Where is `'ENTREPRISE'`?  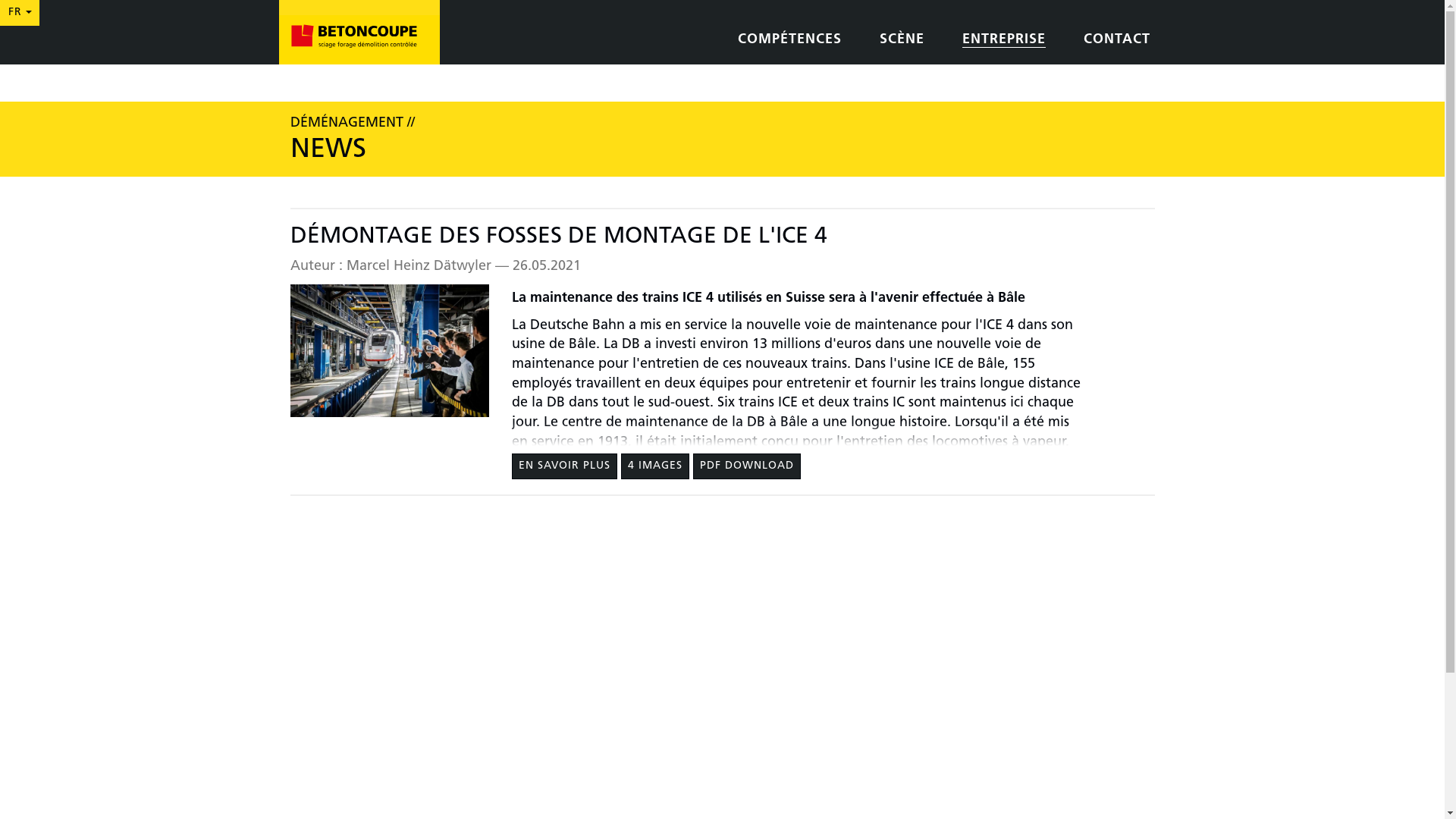
'ENTREPRISE' is located at coordinates (1003, 39).